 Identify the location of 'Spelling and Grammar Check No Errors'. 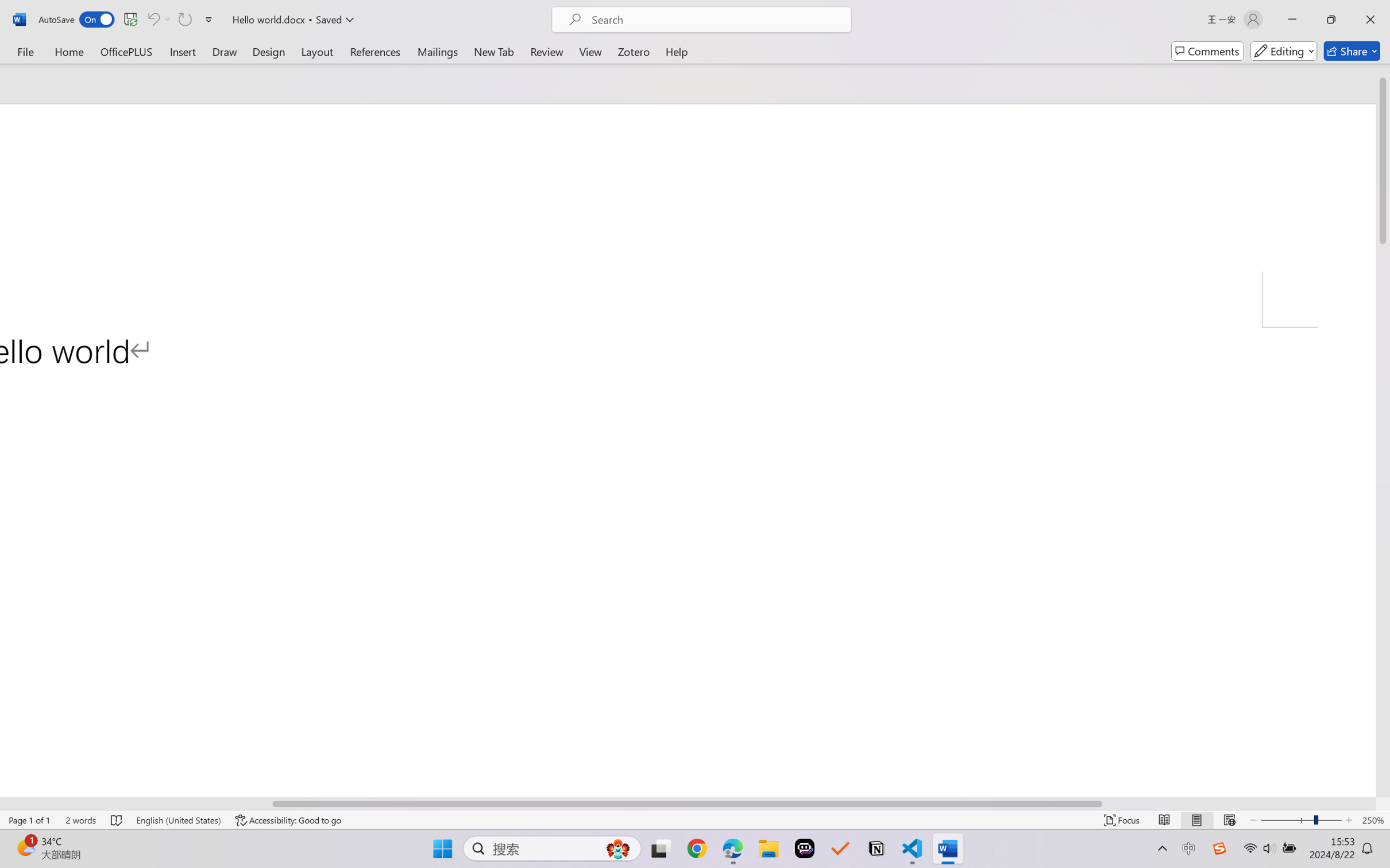
(117, 820).